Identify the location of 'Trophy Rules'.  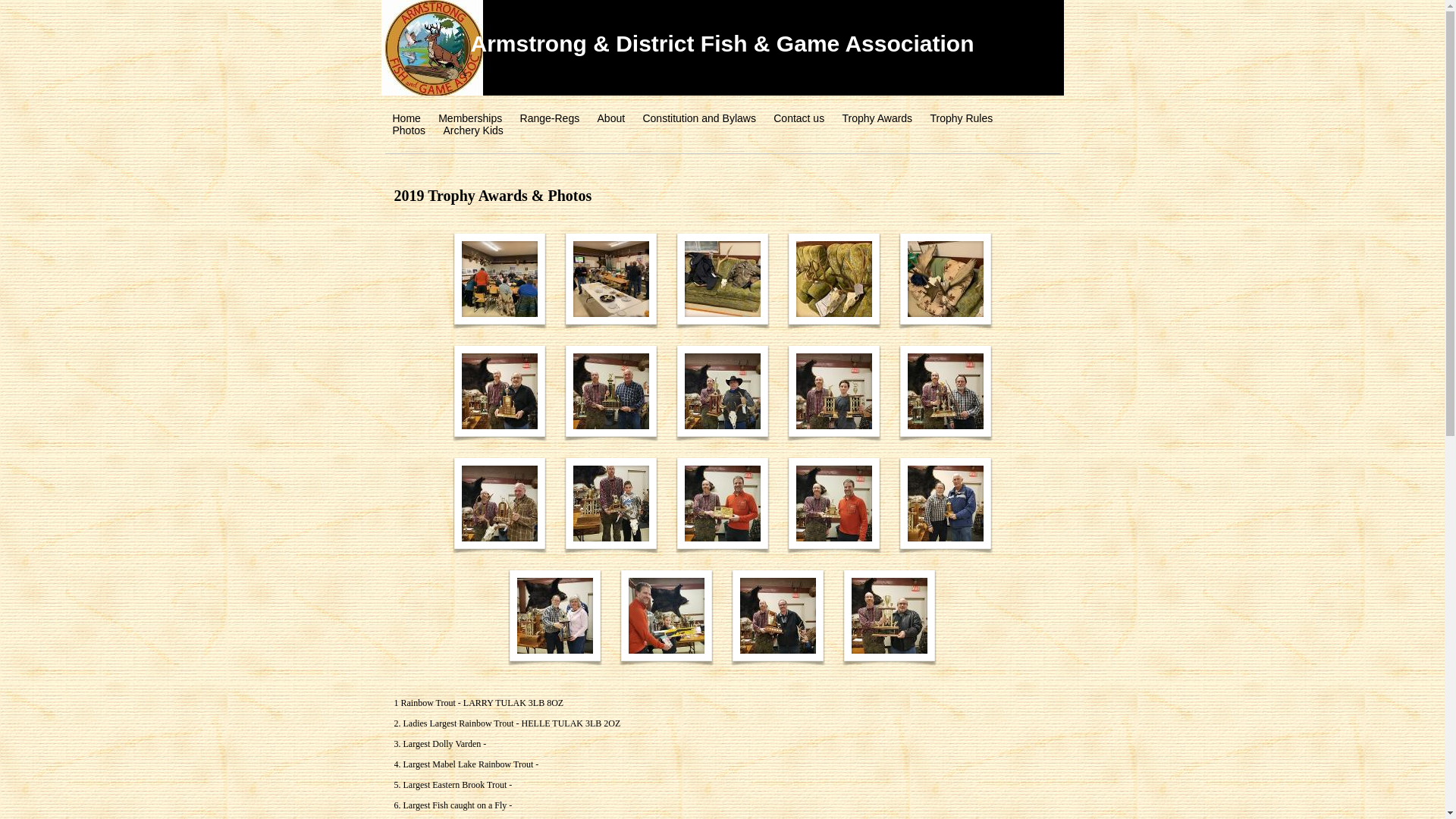
(960, 117).